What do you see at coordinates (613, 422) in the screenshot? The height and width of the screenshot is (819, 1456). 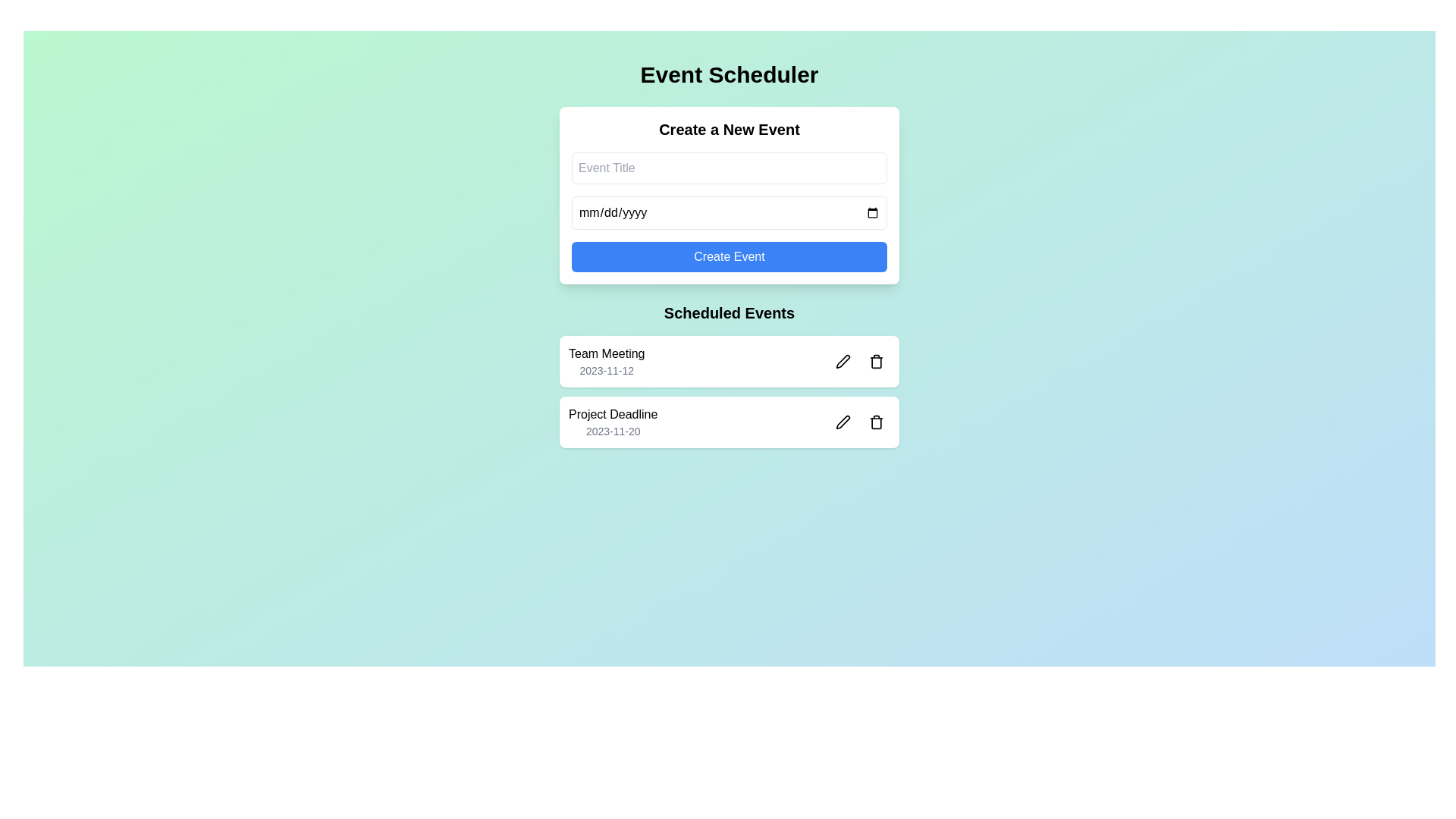 I see `the 'Project Deadline' text label with date information located in the 'Scheduled Events' section, specifically beneath the 'Team Meeting' entry` at bounding box center [613, 422].